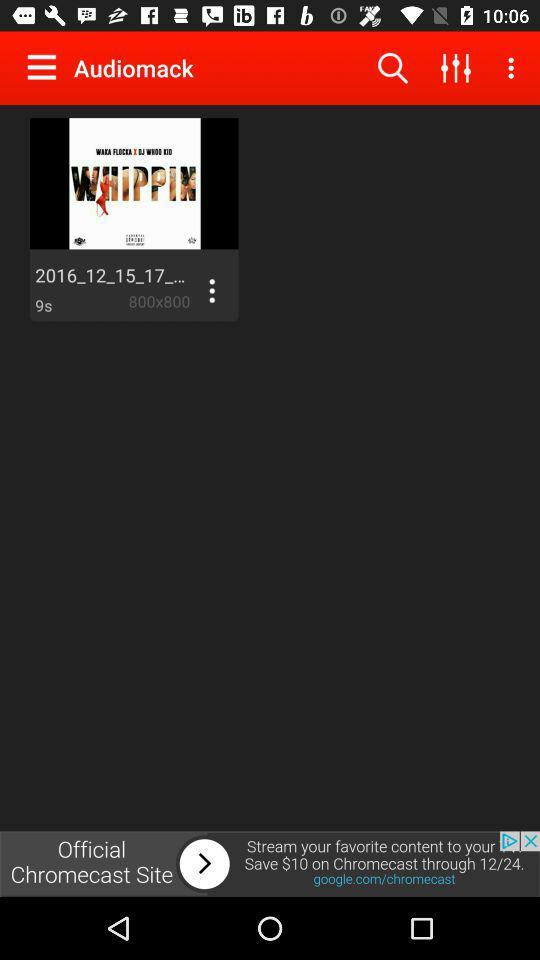 This screenshot has width=540, height=960. What do you see at coordinates (210, 289) in the screenshot?
I see `display options` at bounding box center [210, 289].